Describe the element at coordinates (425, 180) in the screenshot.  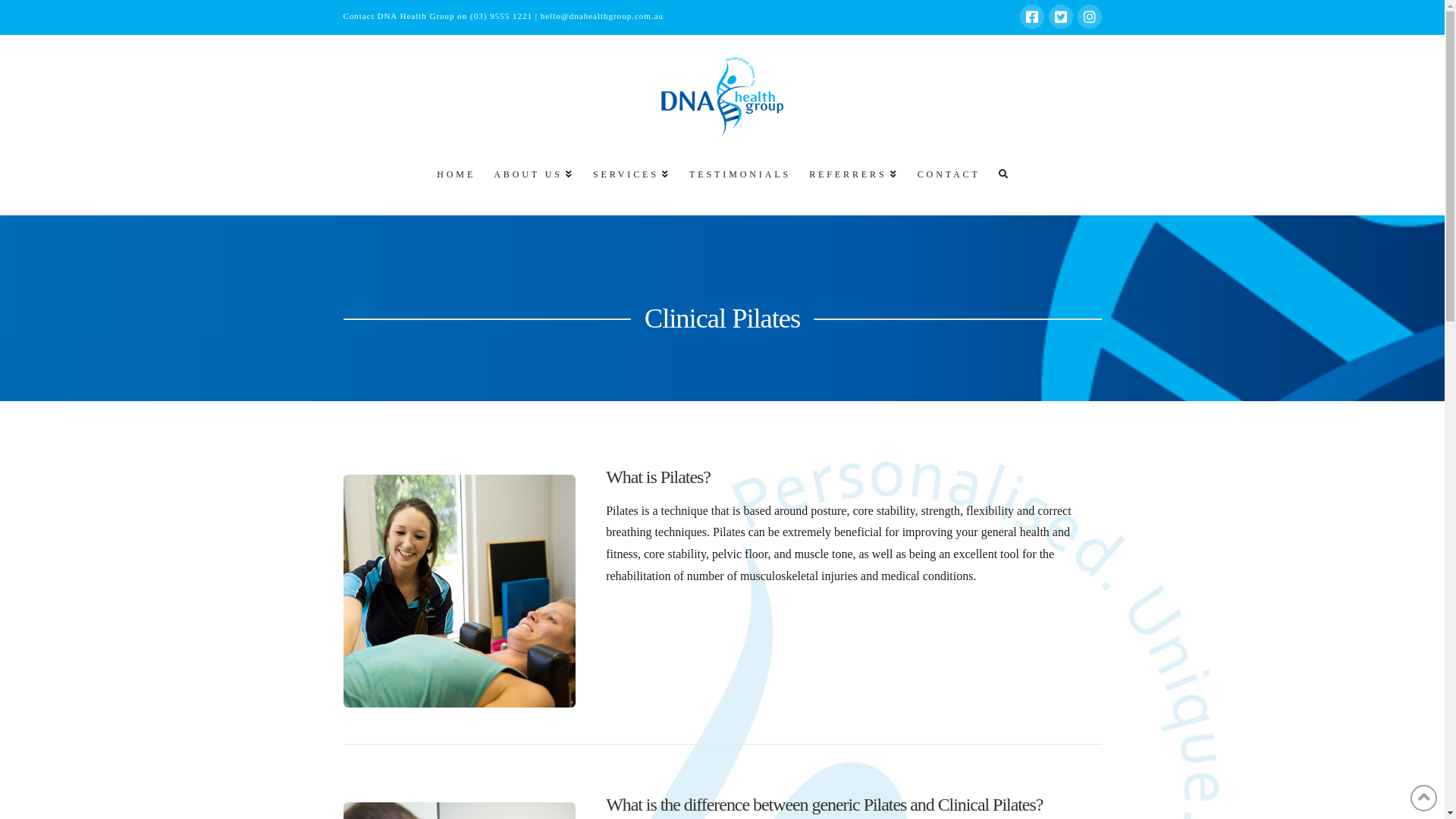
I see `'HOME'` at that location.